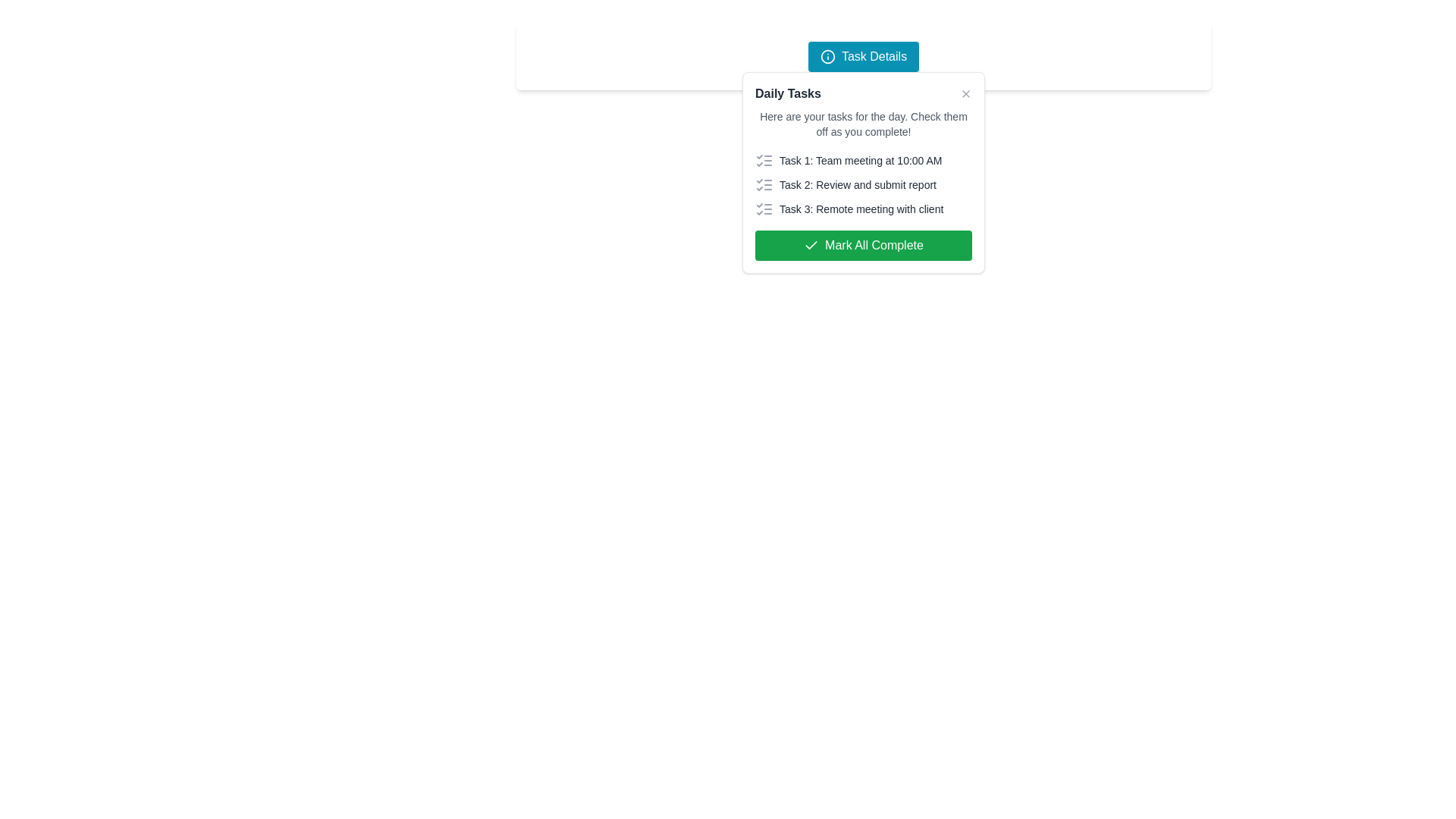 The width and height of the screenshot is (1456, 819). I want to click on the 'Task Details' button which contains the information icon located at the leftmost side of the button, so click(827, 55).